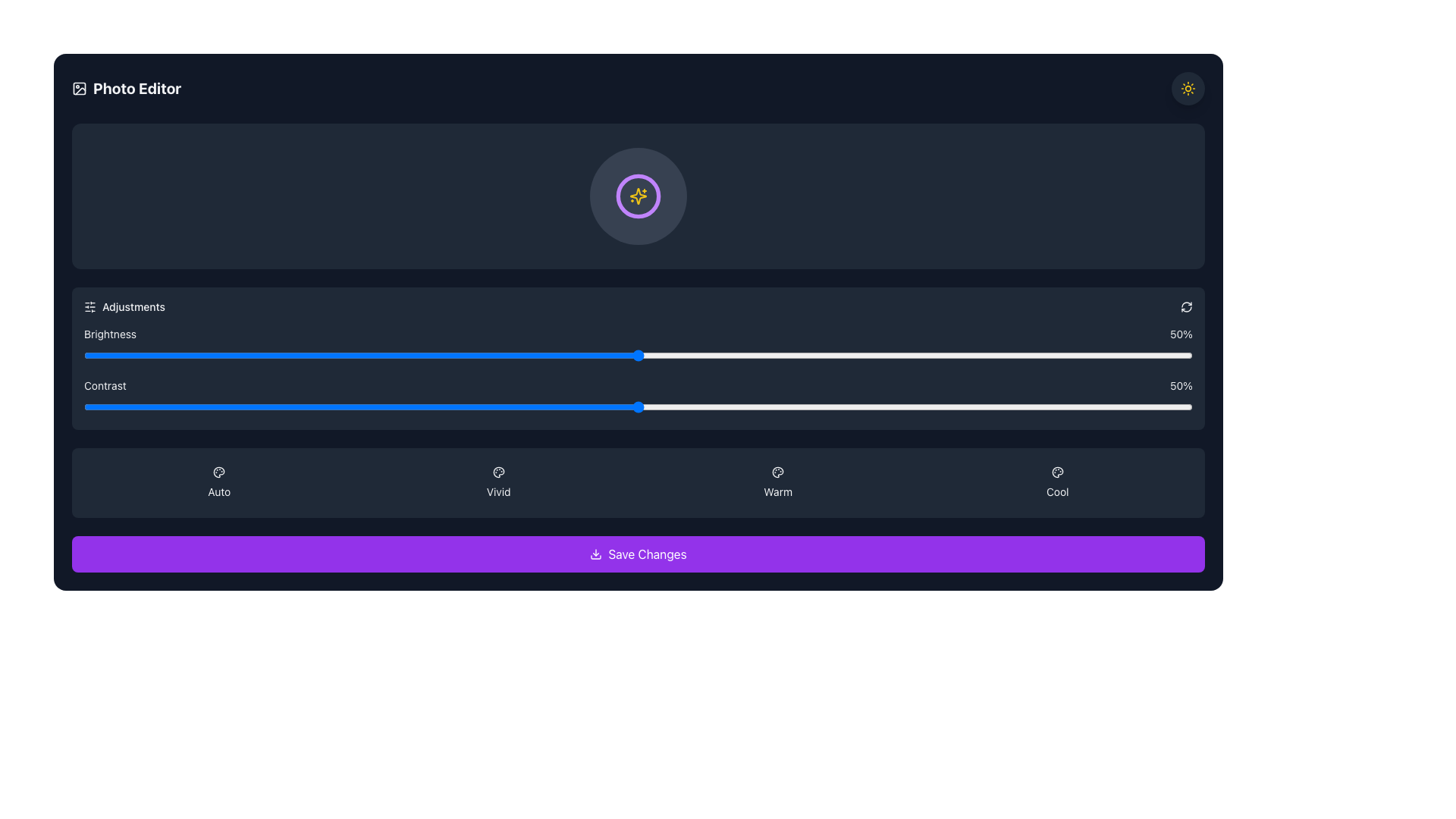 The width and height of the screenshot is (1456, 819). Describe the element at coordinates (109, 333) in the screenshot. I see `the 'Brightness' label element, which displays the word 'Brightness' in white on a dark background, located in the 'Adjustments' section of the interface` at that location.